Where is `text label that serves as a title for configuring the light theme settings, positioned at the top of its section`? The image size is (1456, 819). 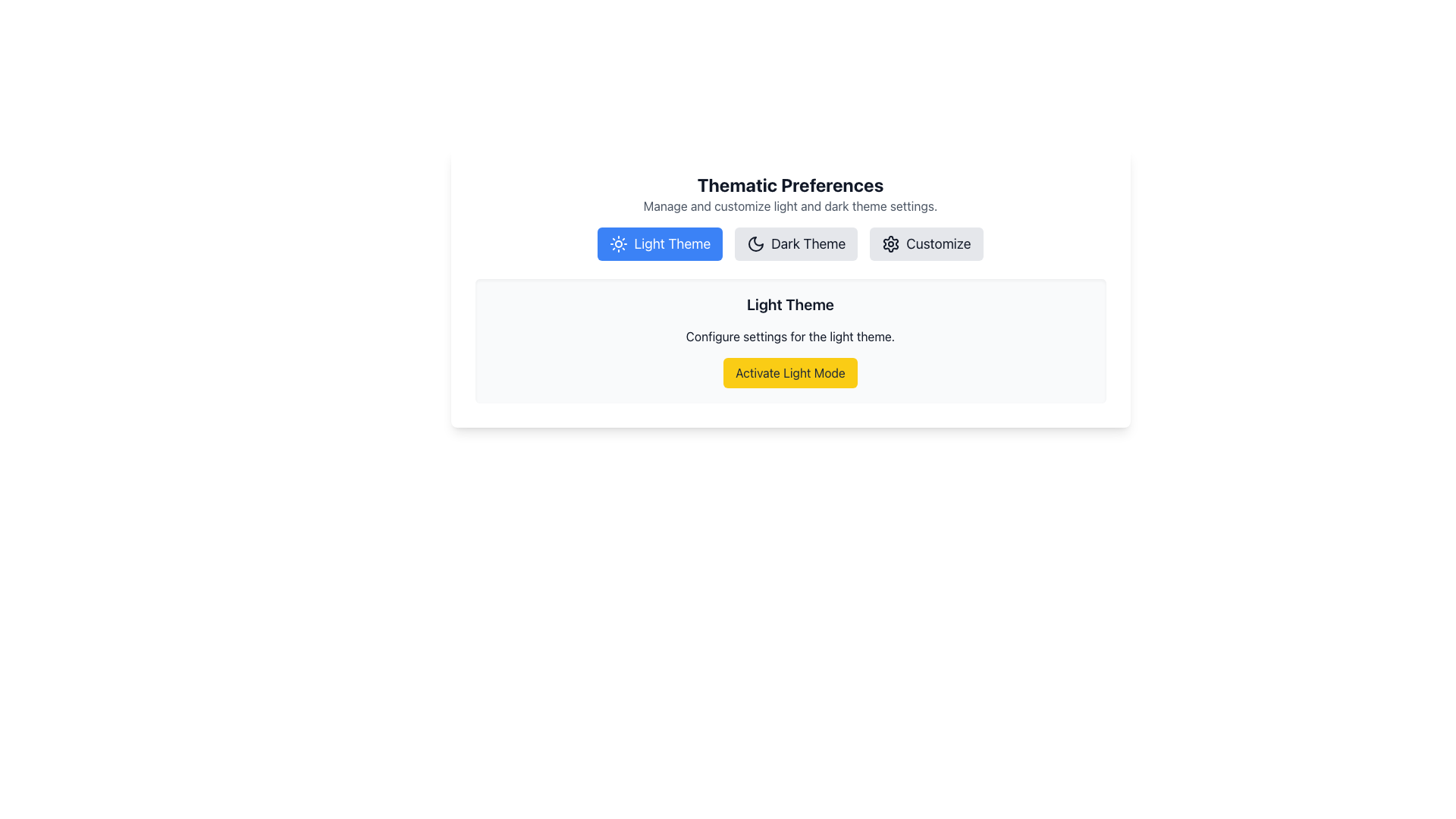 text label that serves as a title for configuring the light theme settings, positioned at the top of its section is located at coordinates (789, 304).